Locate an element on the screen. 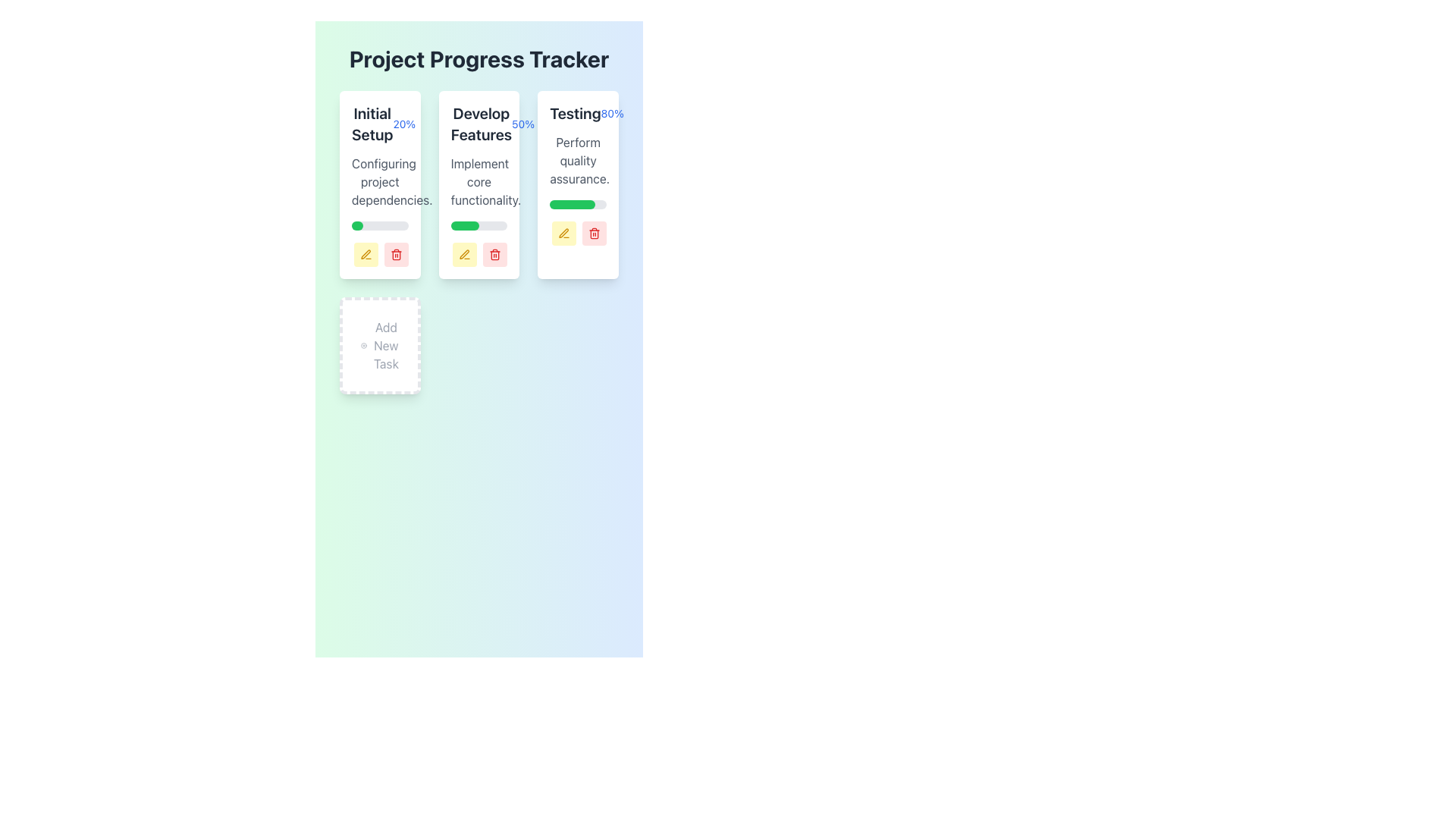 The width and height of the screenshot is (1456, 819). the red button with a trash icon is located at coordinates (577, 234).